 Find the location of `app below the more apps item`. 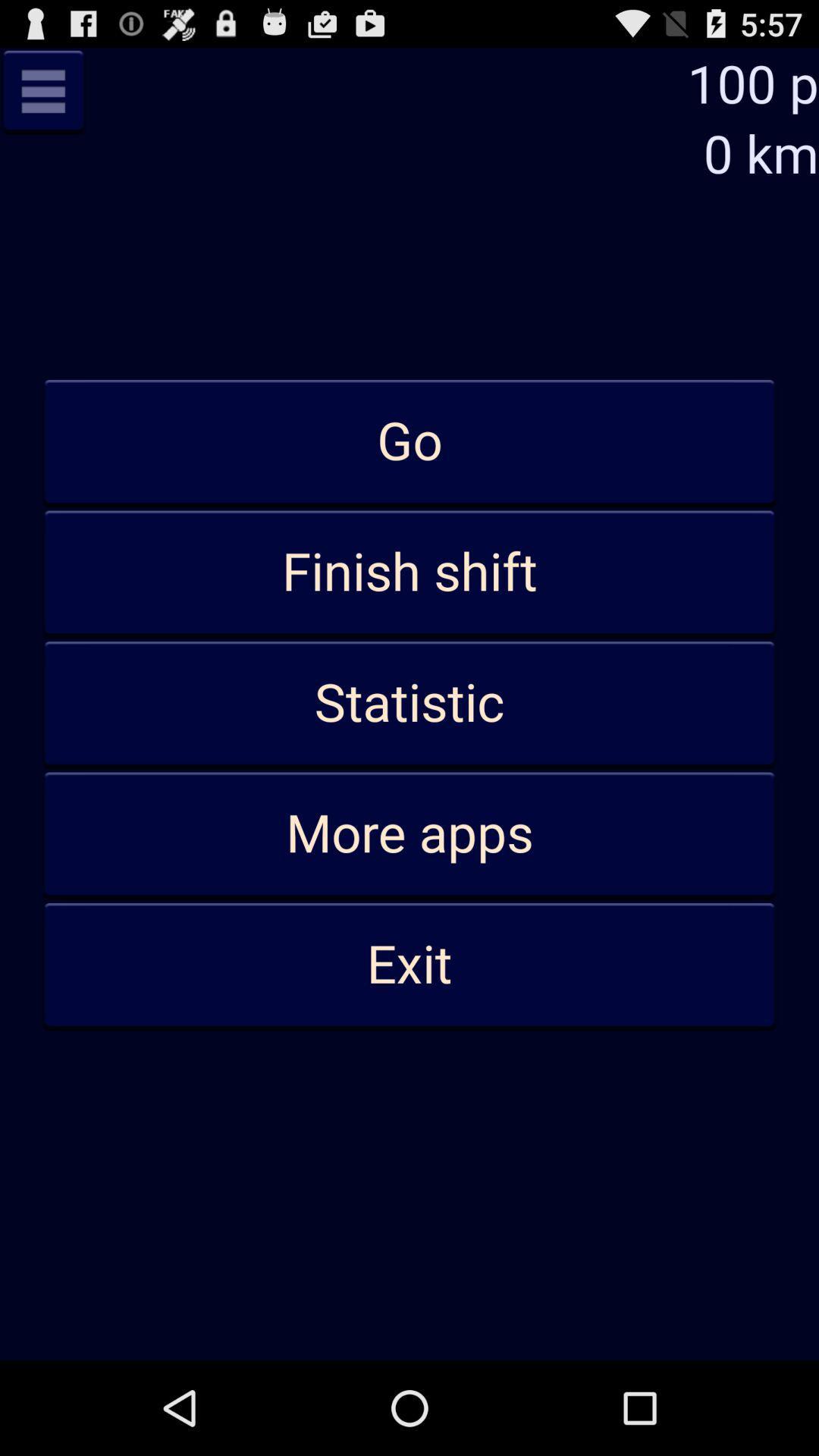

app below the more apps item is located at coordinates (409, 965).